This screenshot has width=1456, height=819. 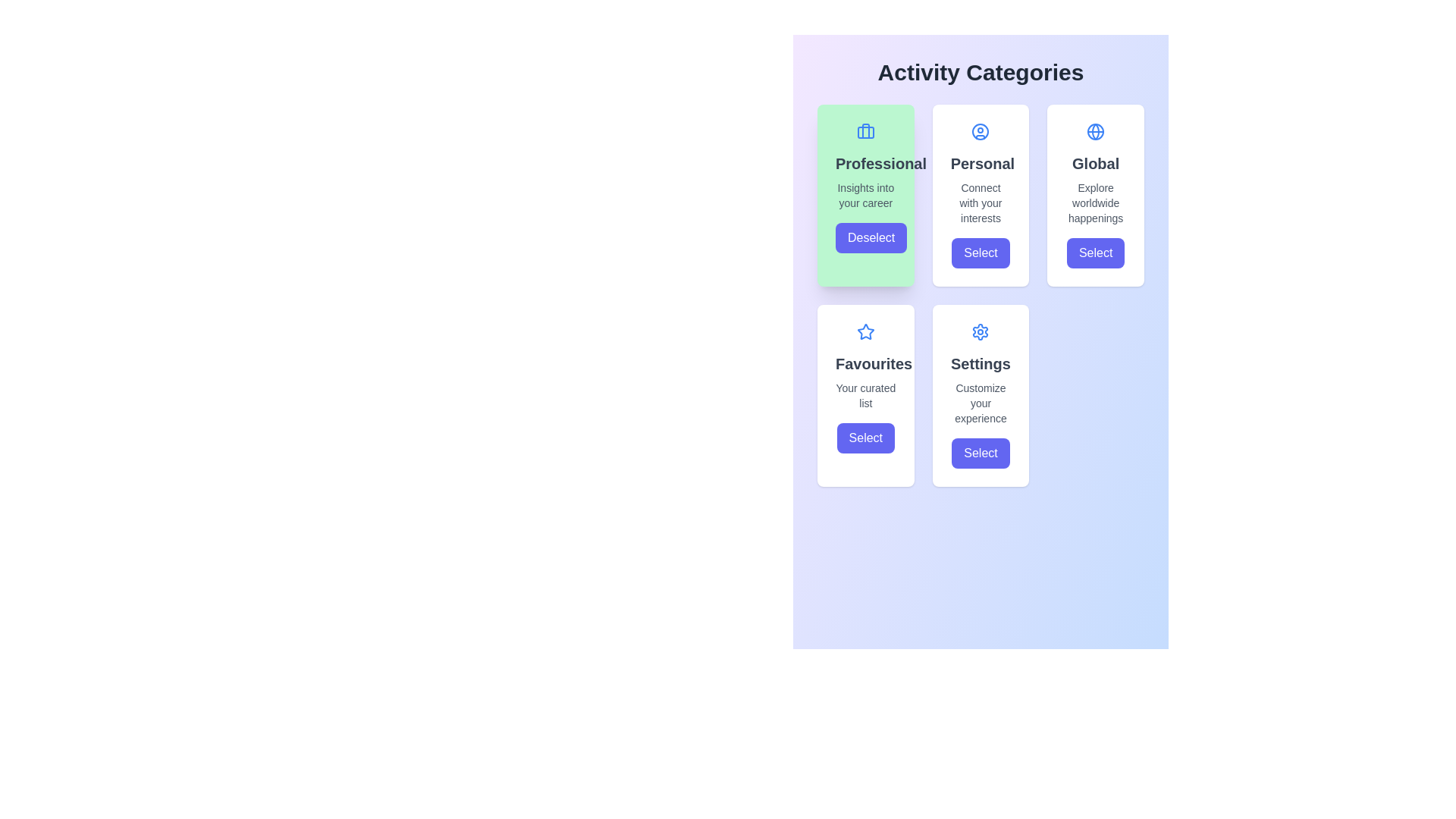 I want to click on the 'Personal' category icon located in the top-right card labeled 'Personal' in the 'Activity Categories' section, which is the second card from the left on the top row, so click(x=981, y=130).